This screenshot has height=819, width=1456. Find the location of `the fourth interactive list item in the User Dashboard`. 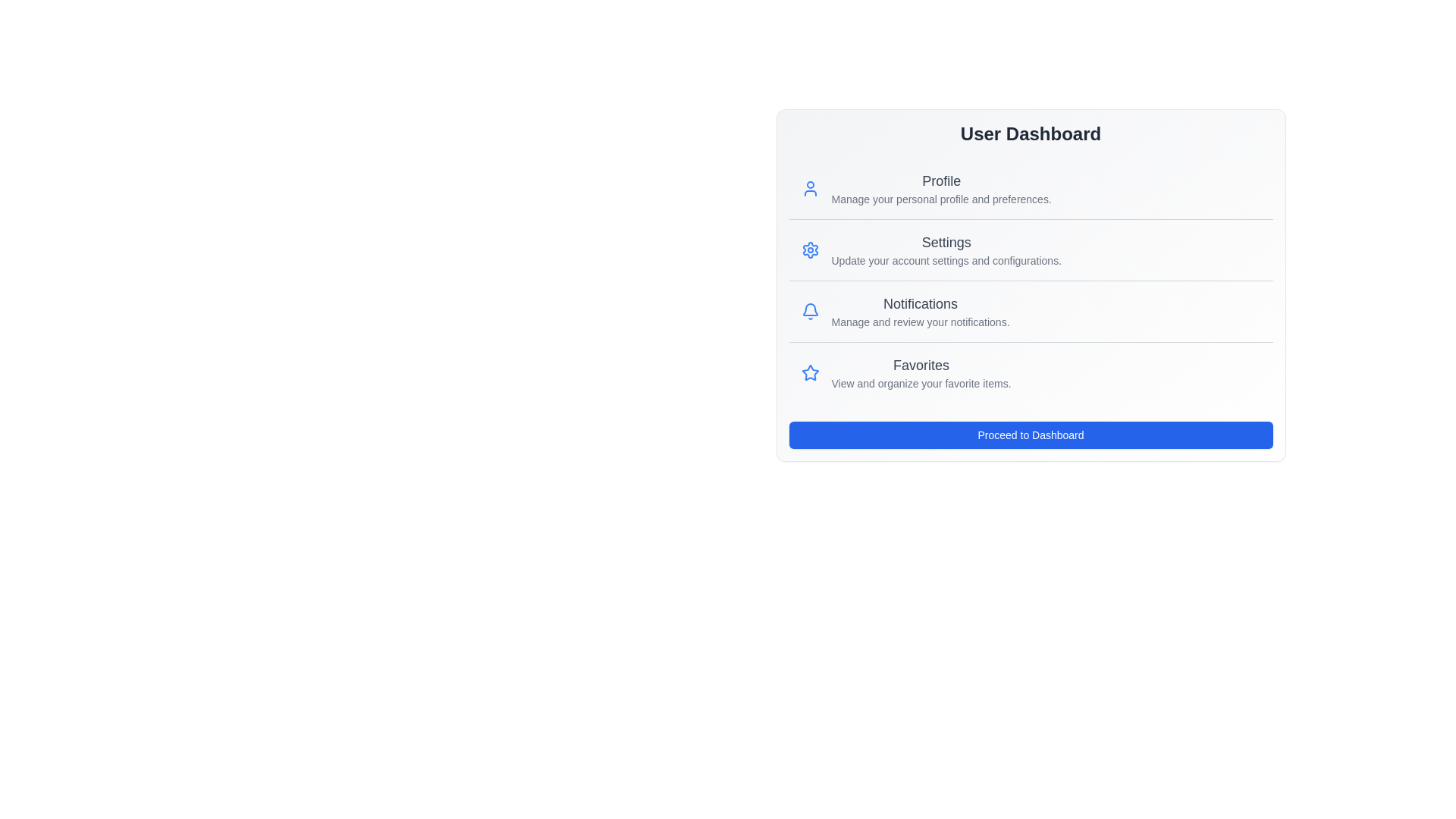

the fourth interactive list item in the User Dashboard is located at coordinates (1031, 372).